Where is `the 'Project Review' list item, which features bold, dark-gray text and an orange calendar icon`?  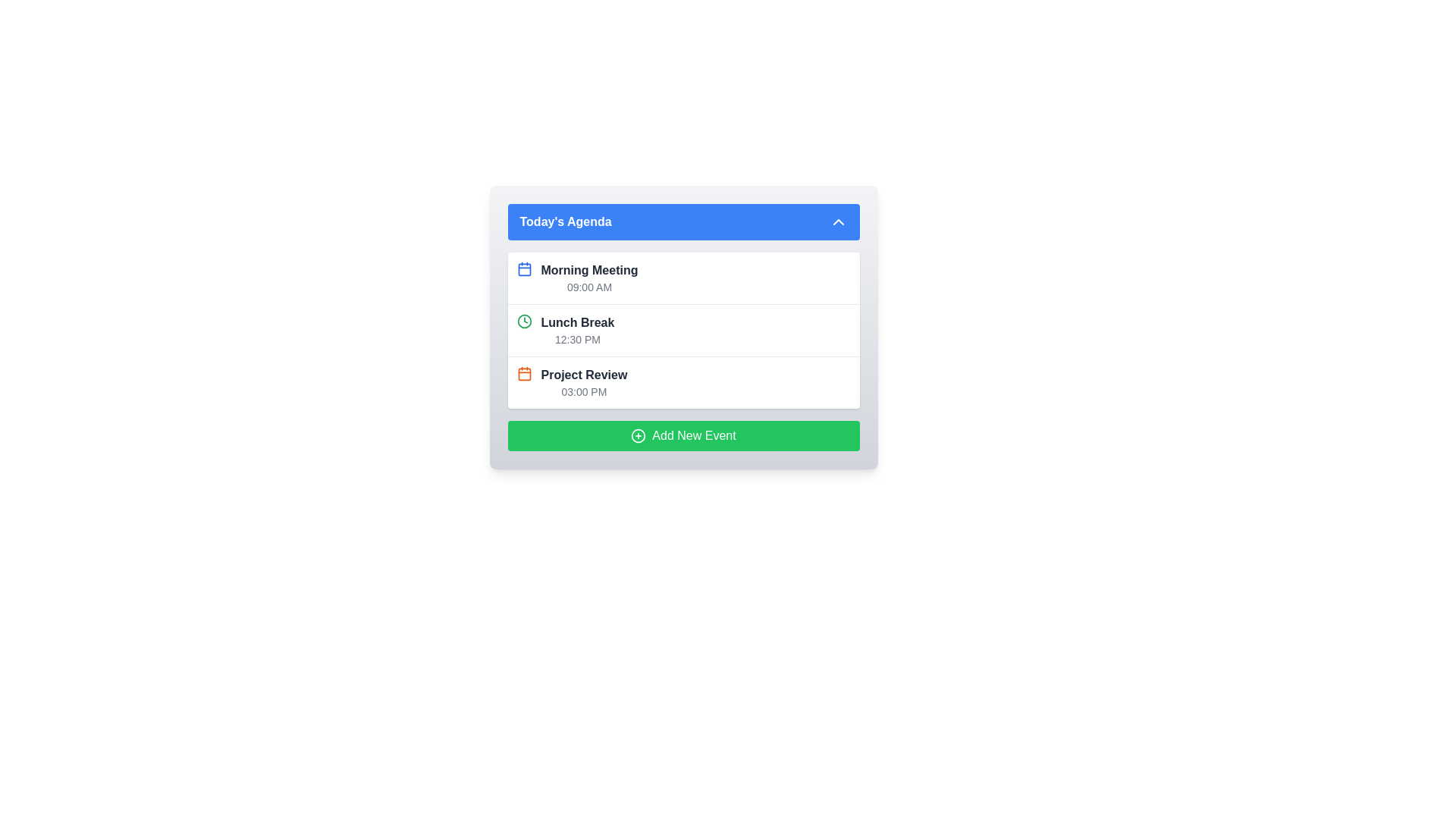
the 'Project Review' list item, which features bold, dark-gray text and an orange calendar icon is located at coordinates (583, 382).